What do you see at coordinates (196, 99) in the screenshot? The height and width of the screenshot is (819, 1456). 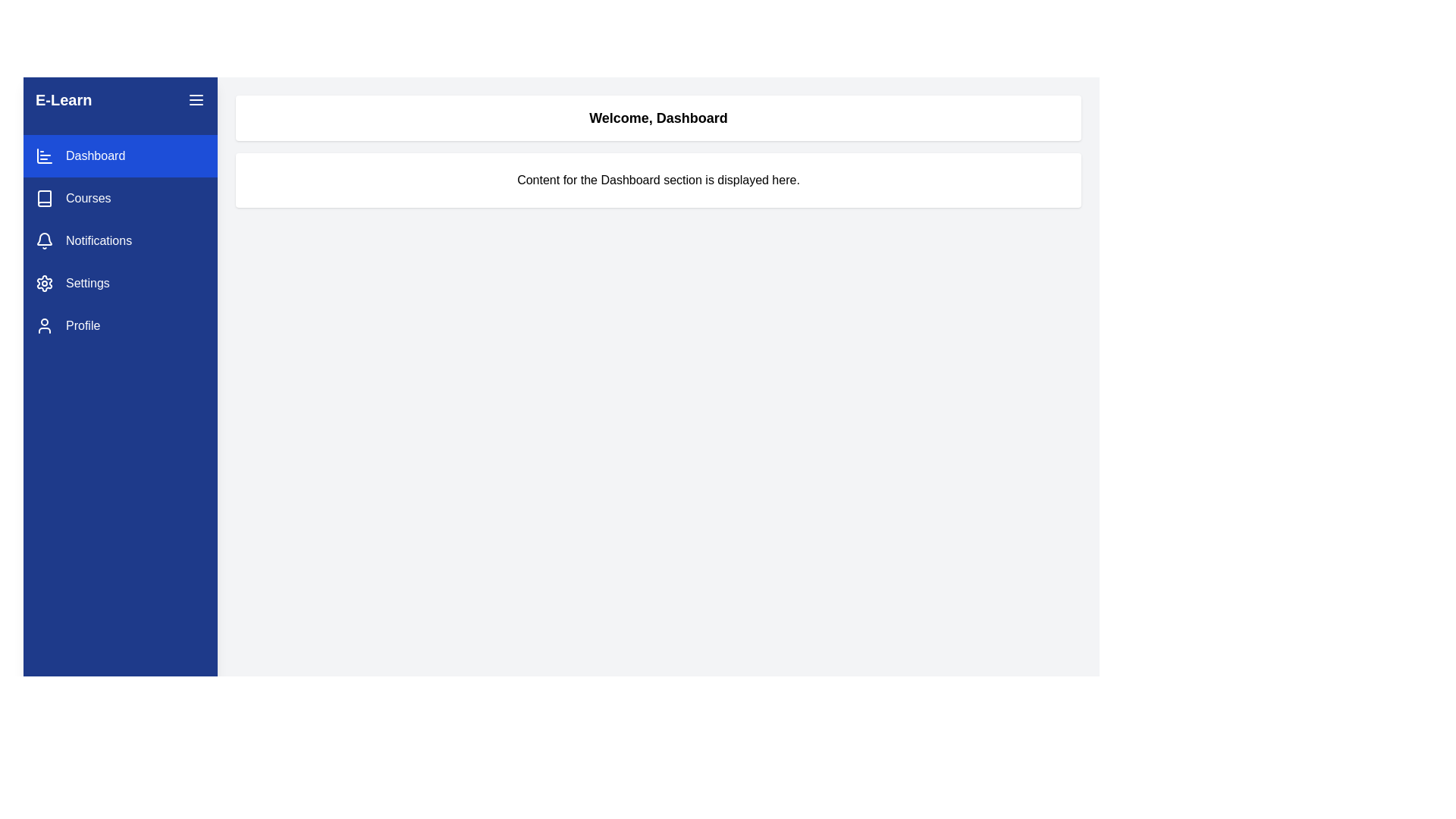 I see `the button located at the top-right corner of the navigation sidebar, adjacent to the text 'E-Learn,'` at bounding box center [196, 99].